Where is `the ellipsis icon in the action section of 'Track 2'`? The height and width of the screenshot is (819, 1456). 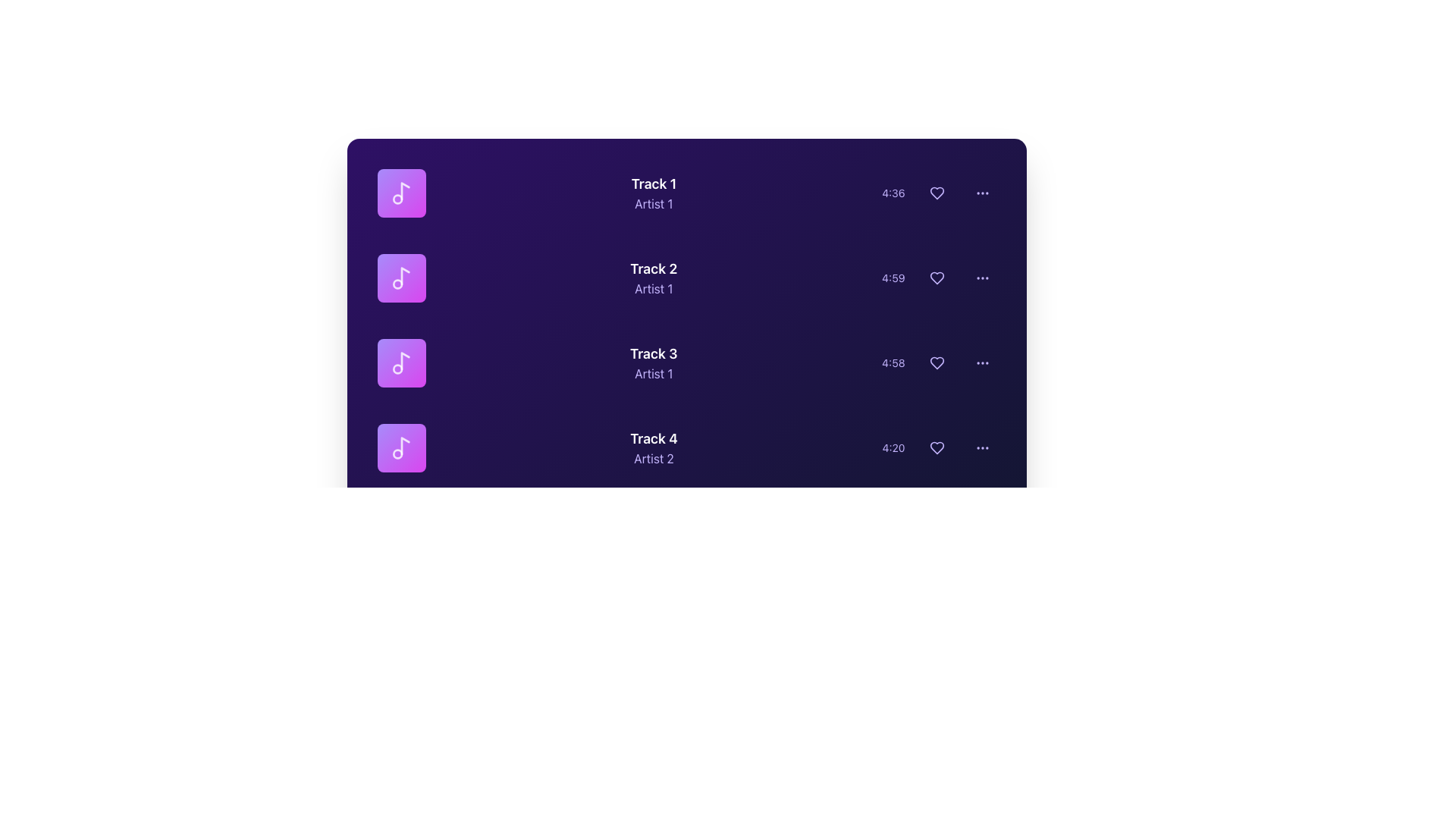
the ellipsis icon in the action section of 'Track 2' is located at coordinates (982, 278).